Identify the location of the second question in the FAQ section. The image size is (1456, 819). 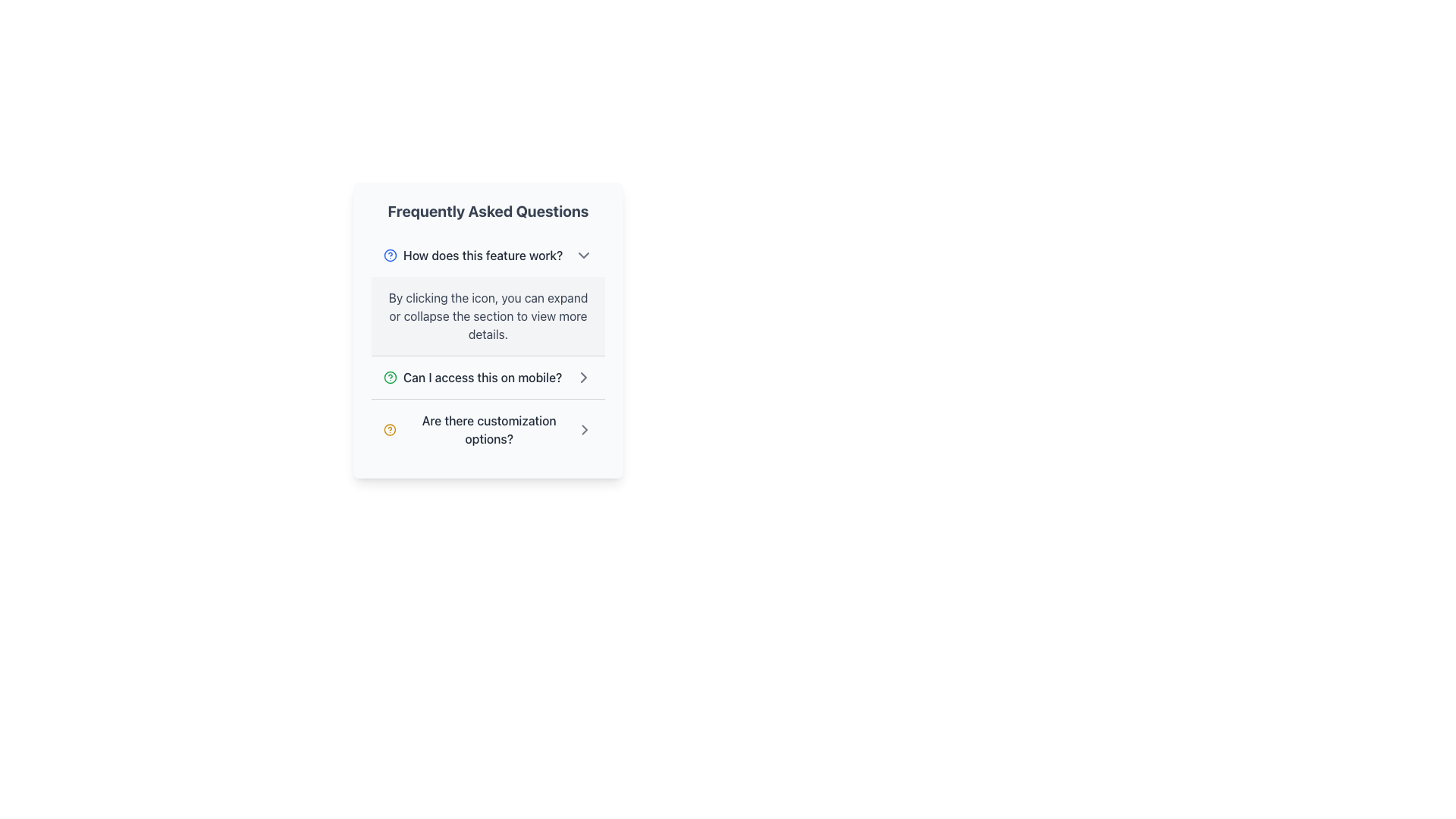
(488, 376).